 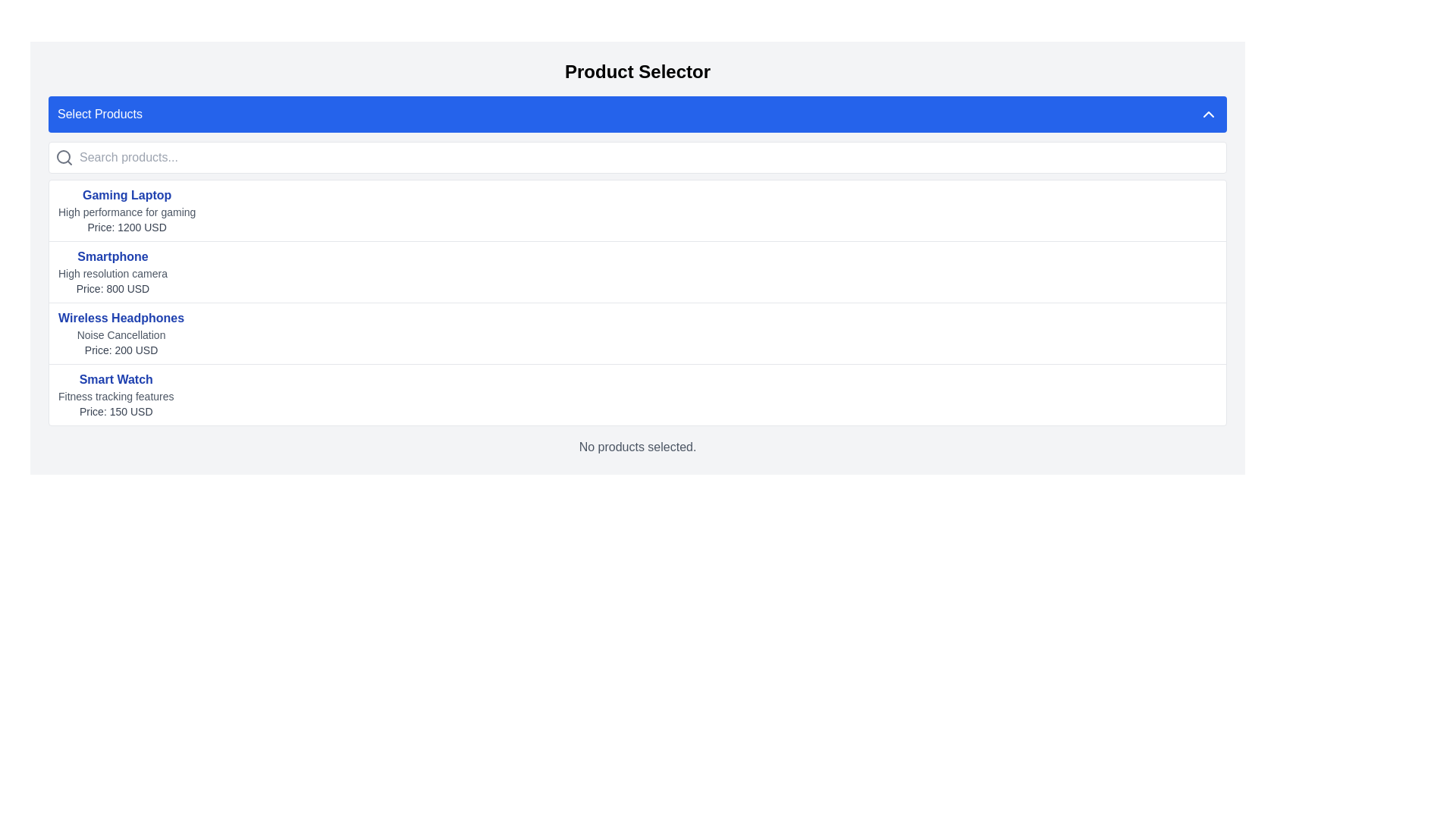 I want to click on the search icon located in the upper-left section of the search input bar, so click(x=64, y=158).